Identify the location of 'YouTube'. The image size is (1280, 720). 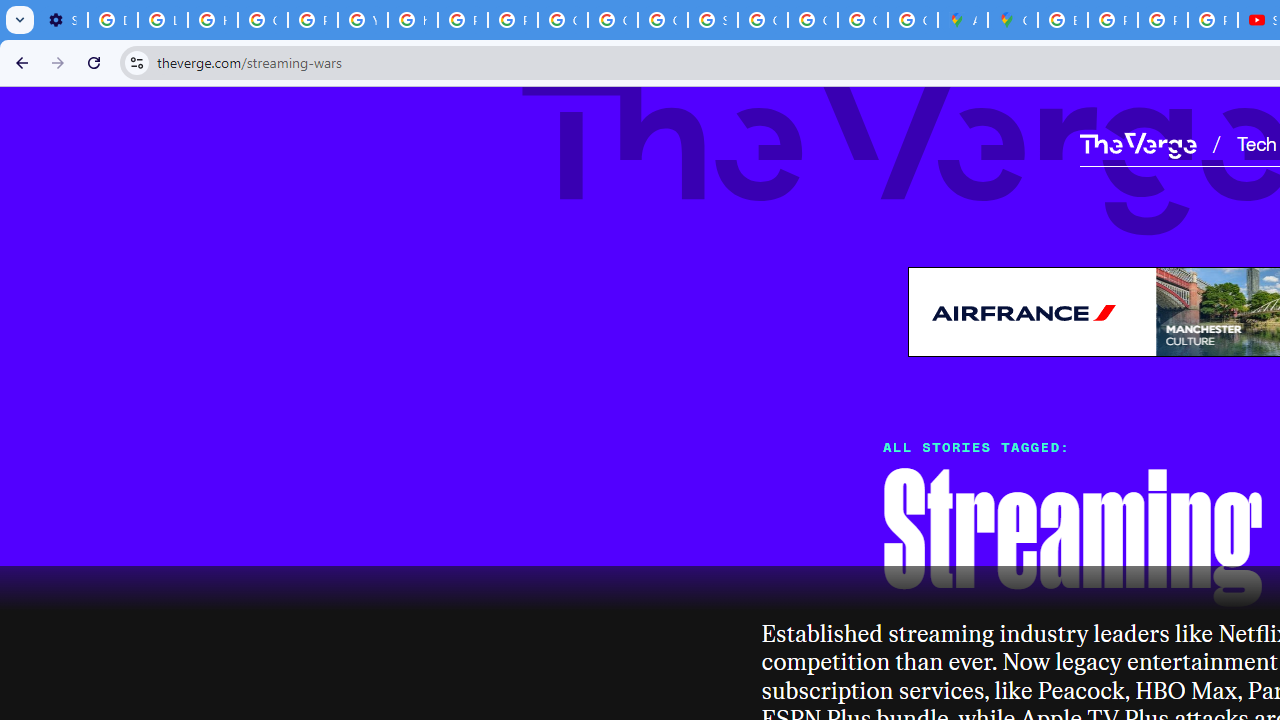
(362, 20).